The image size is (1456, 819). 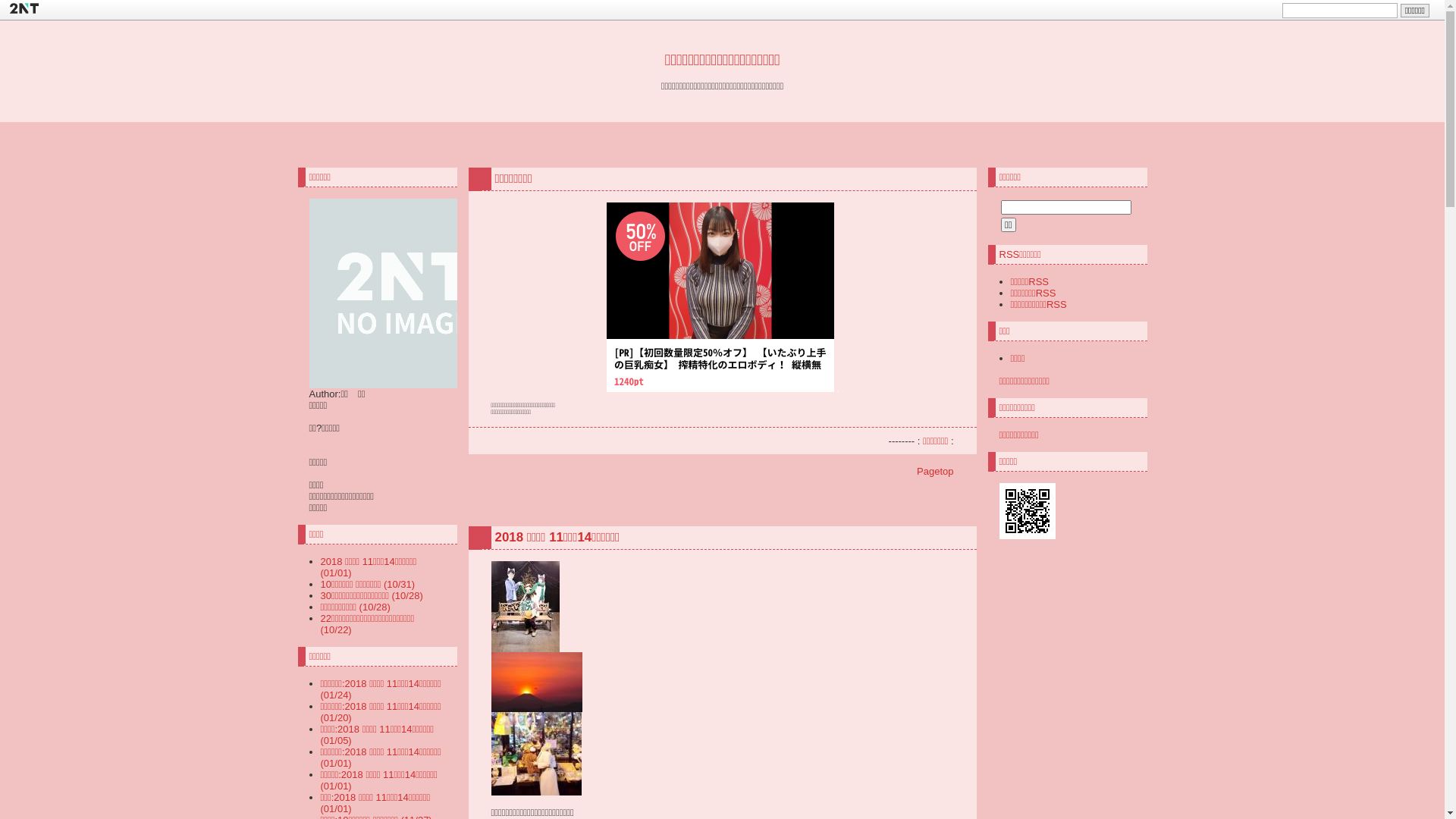 What do you see at coordinates (916, 470) in the screenshot?
I see `'Pagetop'` at bounding box center [916, 470].